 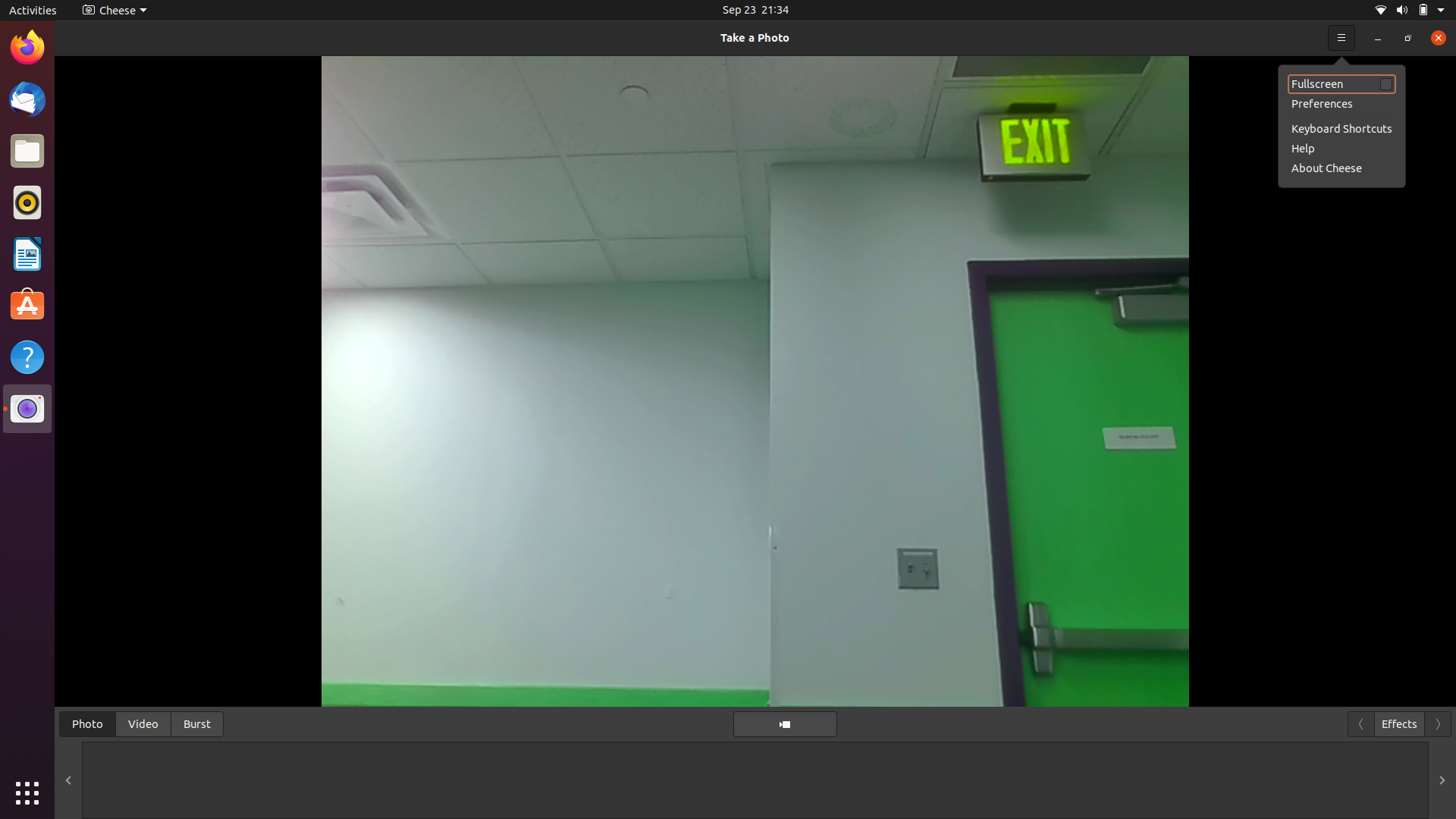 I want to click on help section, so click(x=1339, y=148).